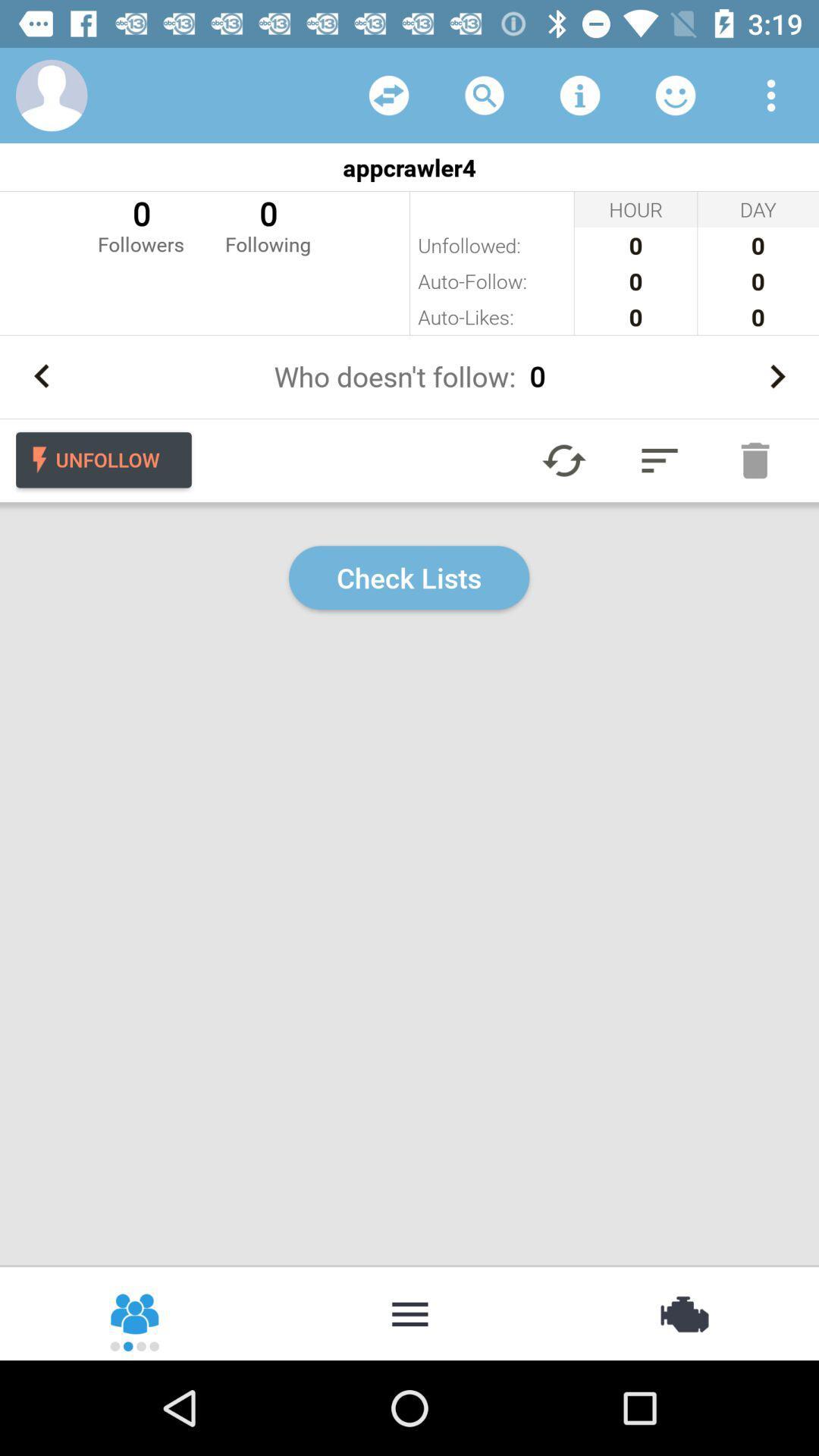 Image resolution: width=819 pixels, height=1456 pixels. What do you see at coordinates (51, 94) in the screenshot?
I see `icon above the appcrawler4 item` at bounding box center [51, 94].